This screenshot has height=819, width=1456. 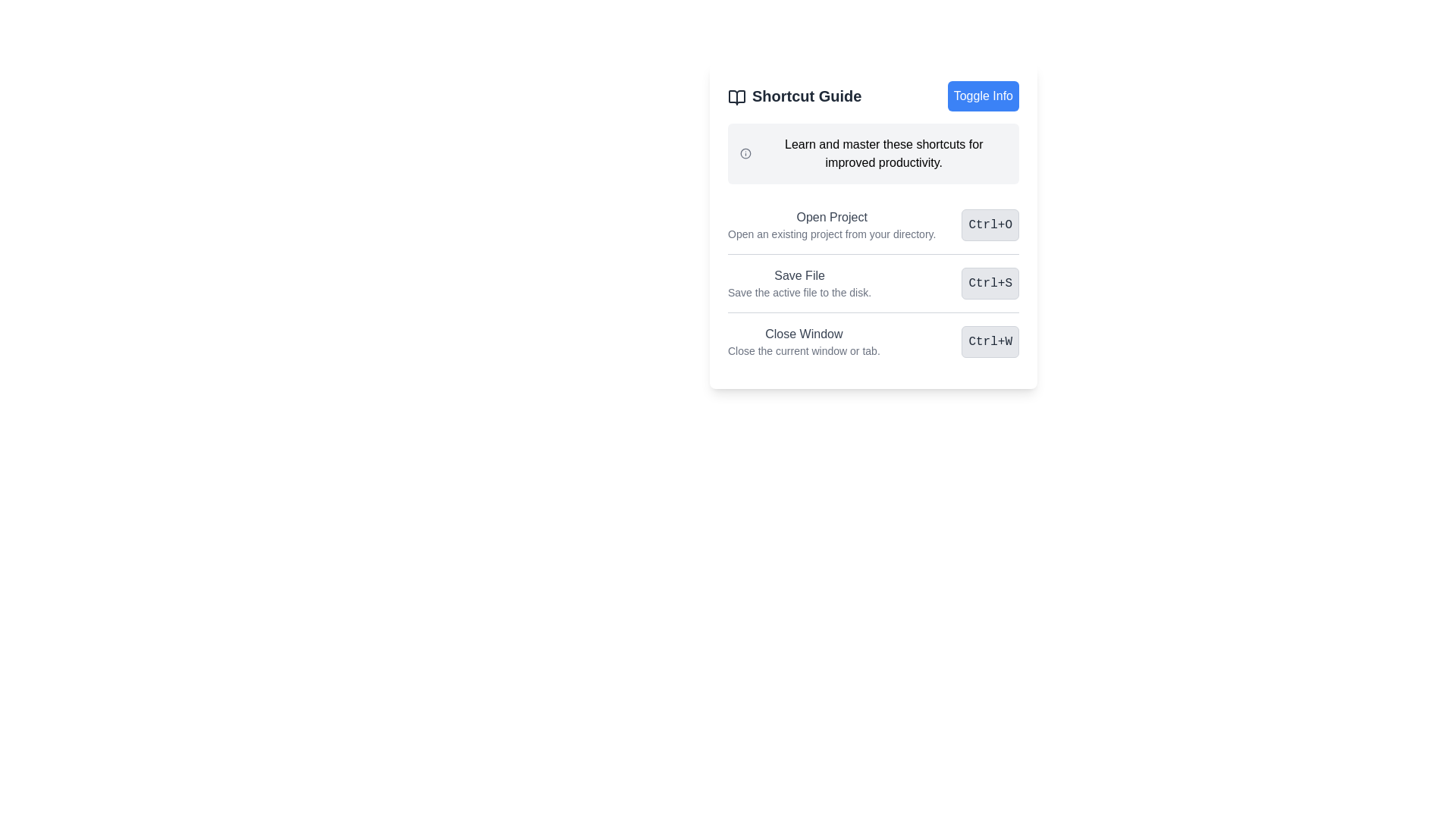 What do you see at coordinates (799, 284) in the screenshot?
I see `the 'Save File' textual description component, which is centrally aligned in the 'Shortcut Guide' modal, positioned between 'Open Project' and 'Close Window.'` at bounding box center [799, 284].